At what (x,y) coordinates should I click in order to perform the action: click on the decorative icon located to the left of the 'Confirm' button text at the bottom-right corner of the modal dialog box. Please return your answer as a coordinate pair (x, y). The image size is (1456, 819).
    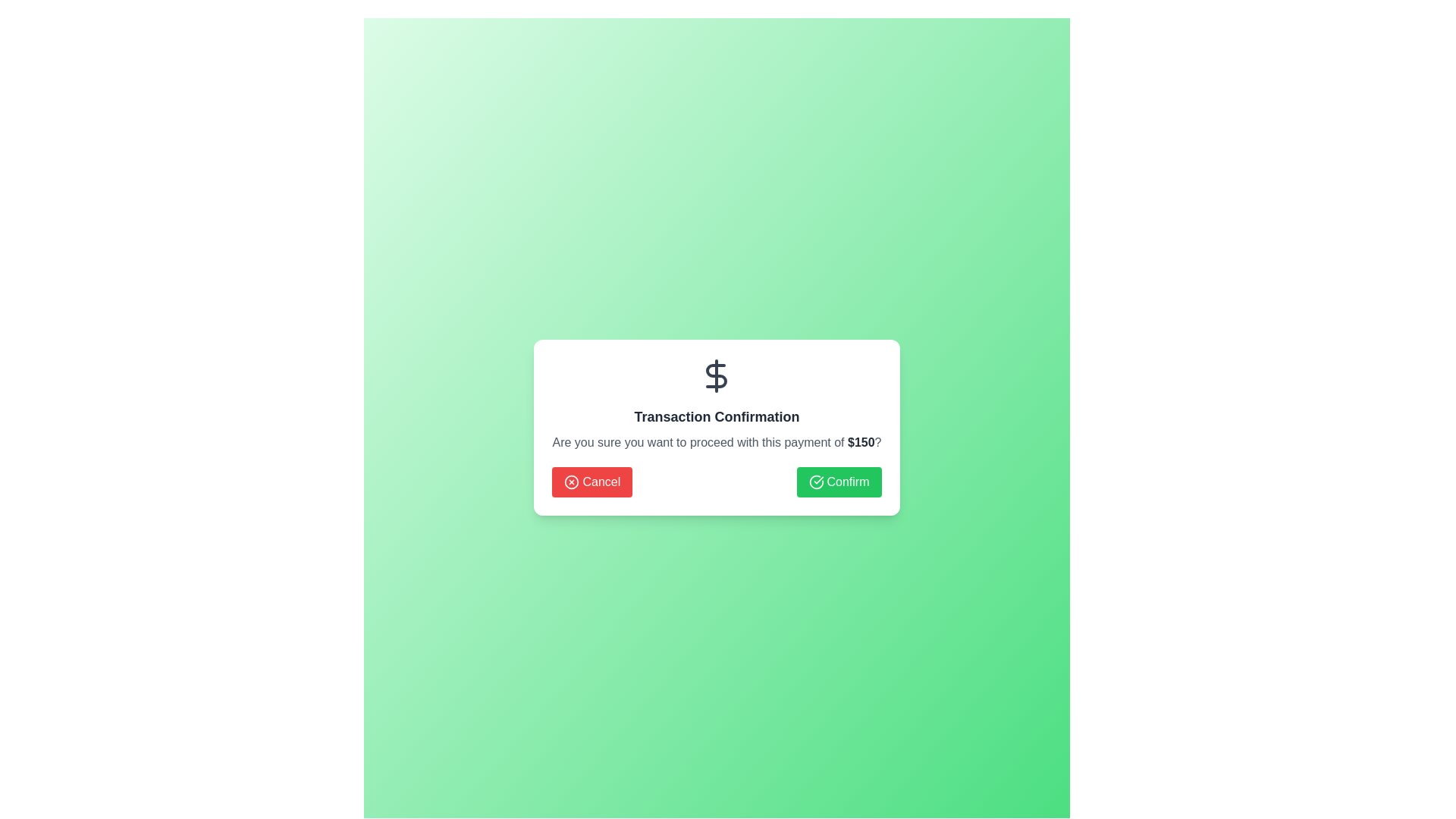
    Looking at the image, I should click on (815, 482).